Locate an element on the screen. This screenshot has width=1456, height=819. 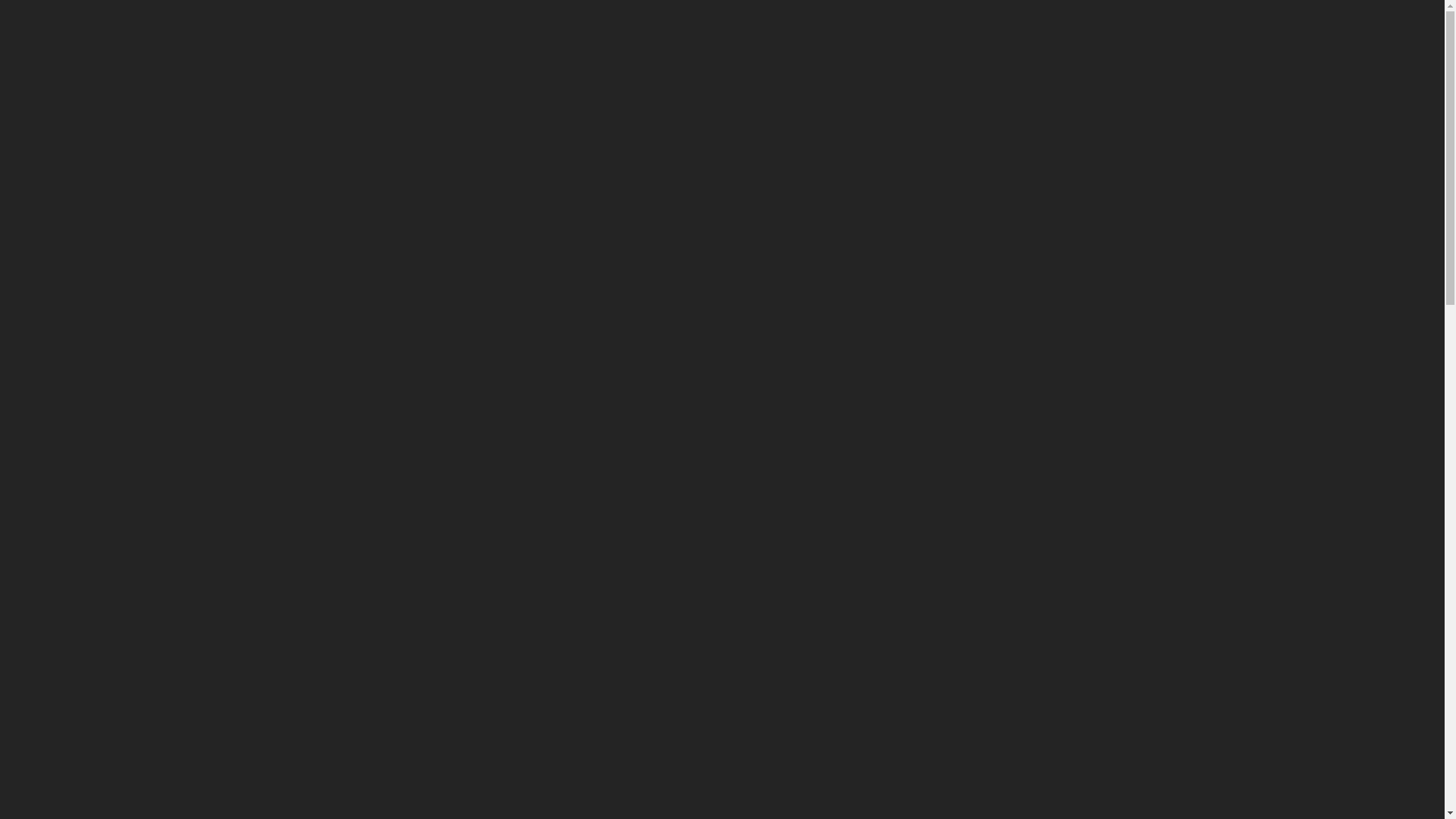
' ' is located at coordinates (1415, 298).